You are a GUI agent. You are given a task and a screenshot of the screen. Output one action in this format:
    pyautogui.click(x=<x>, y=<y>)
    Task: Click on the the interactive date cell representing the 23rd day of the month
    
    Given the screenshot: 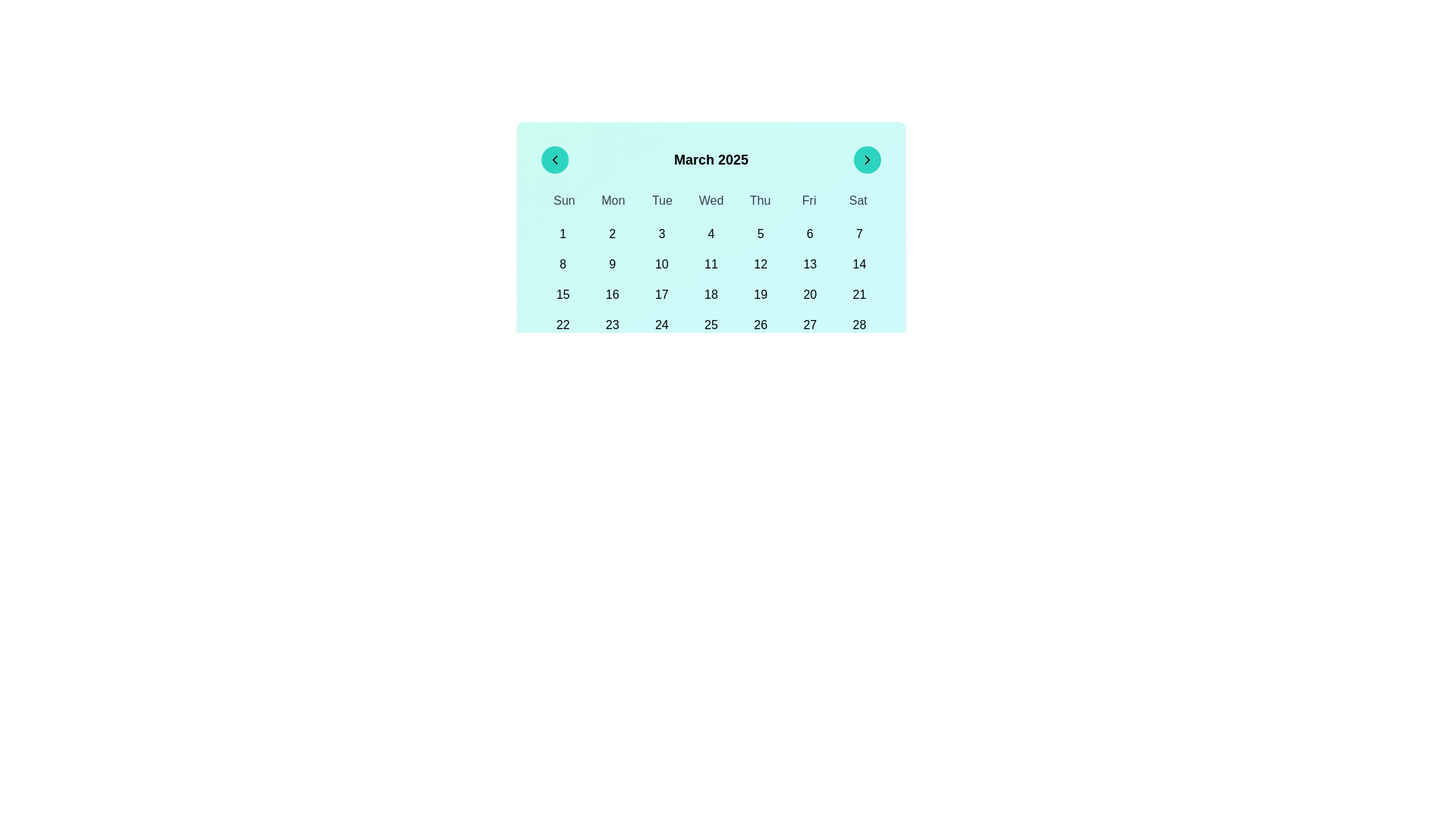 What is the action you would take?
    pyautogui.click(x=612, y=324)
    